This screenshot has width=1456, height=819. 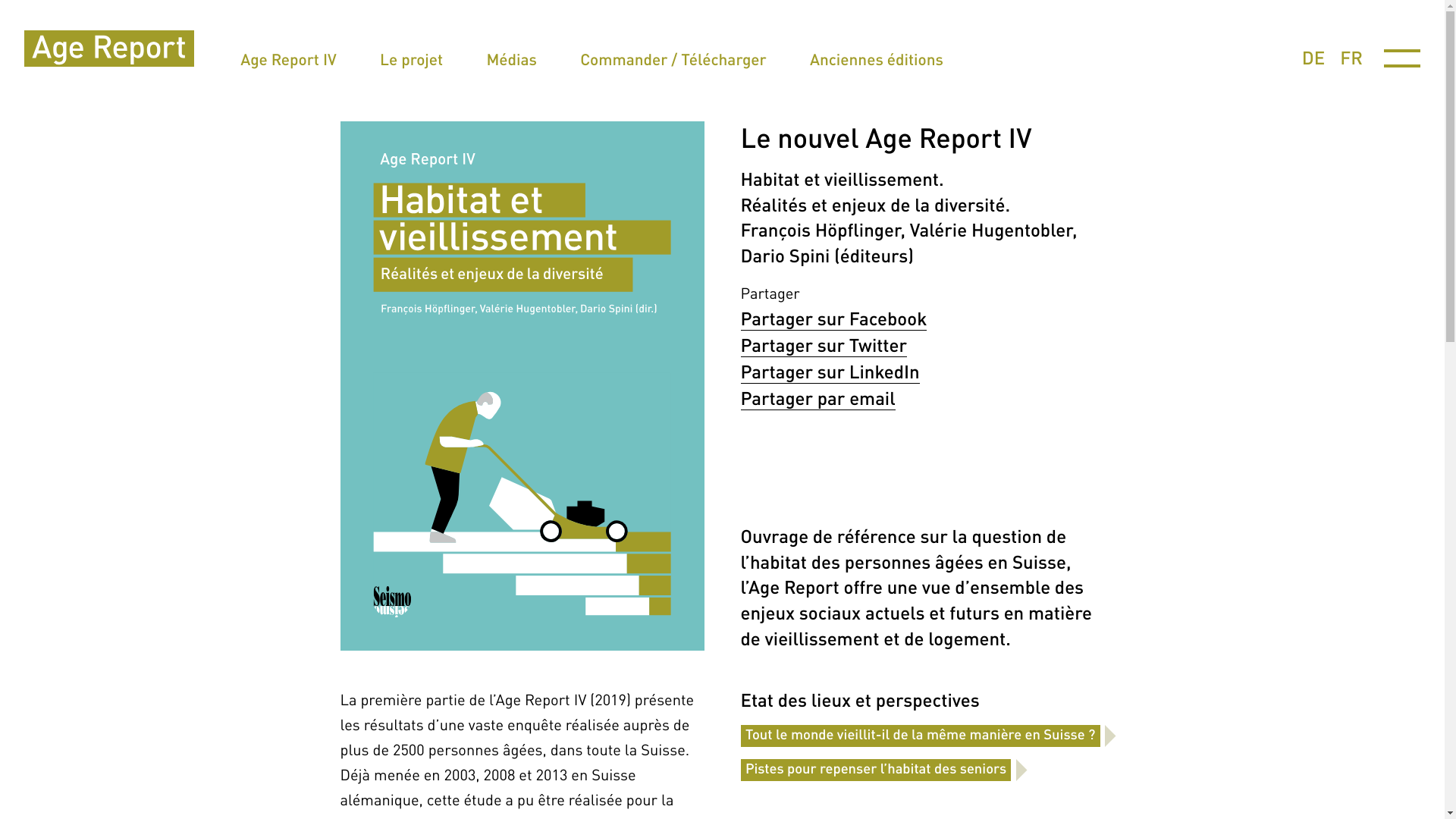 I want to click on ' ', so click(x=108, y=48).